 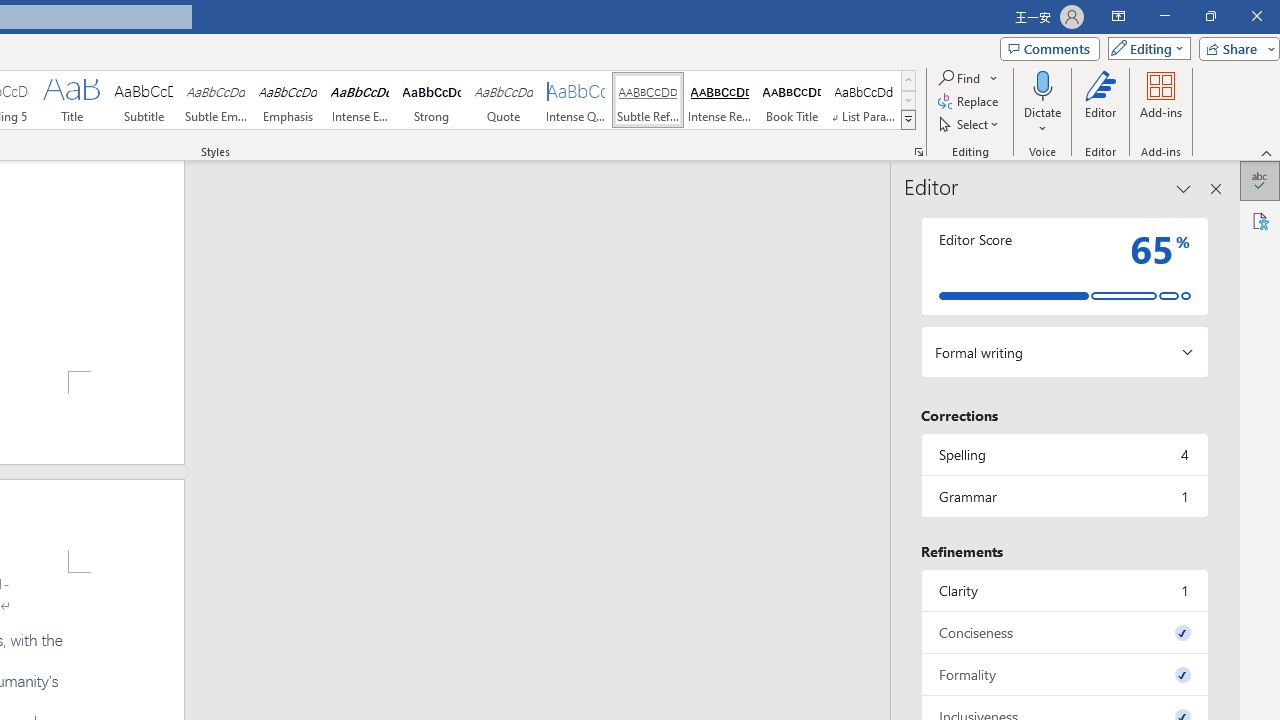 What do you see at coordinates (1063, 632) in the screenshot?
I see `'Conciseness, 0 issues. Press space or enter to review items.'` at bounding box center [1063, 632].